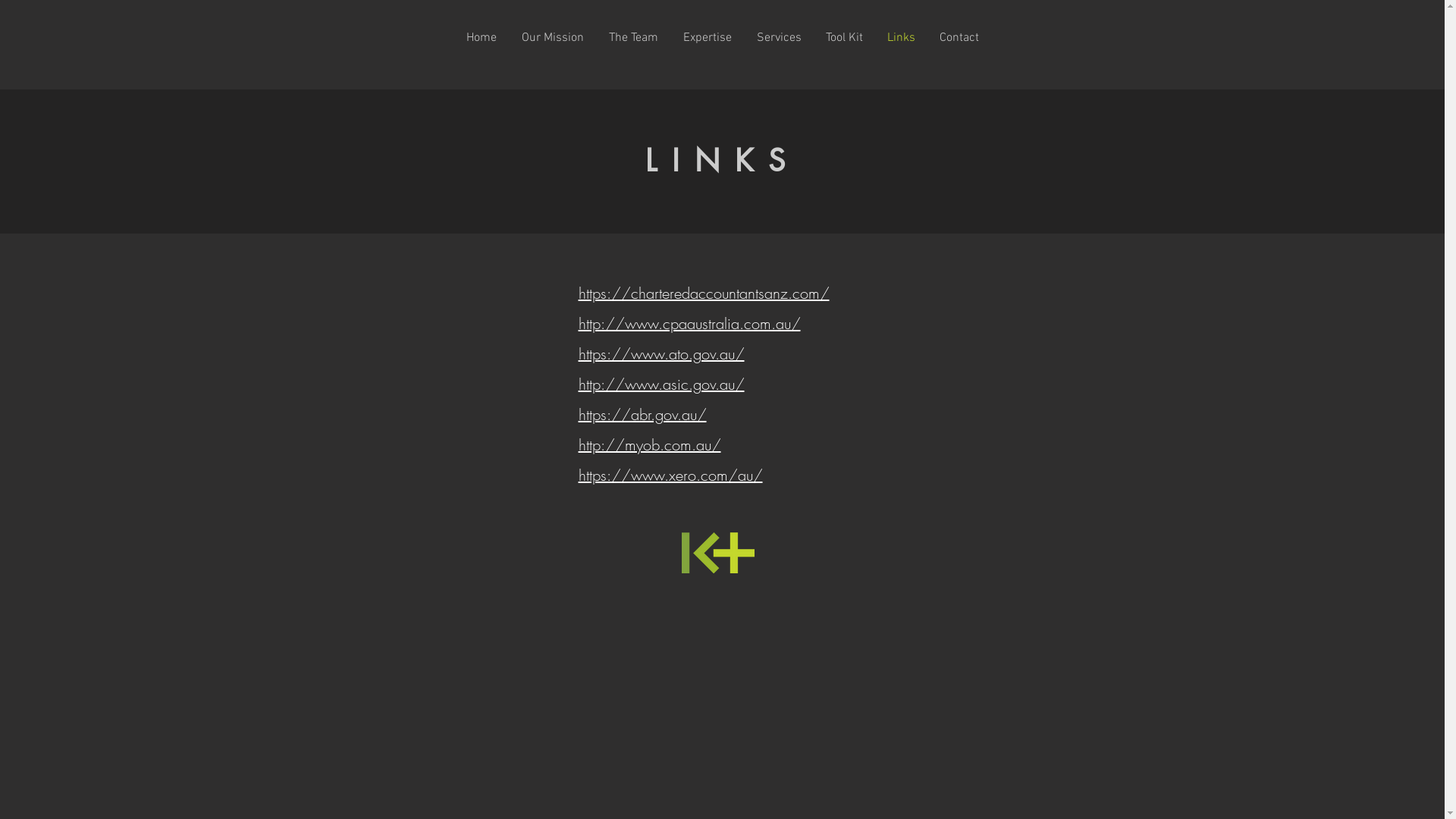 Image resolution: width=1456 pixels, height=819 pixels. I want to click on 'Links', so click(901, 37).